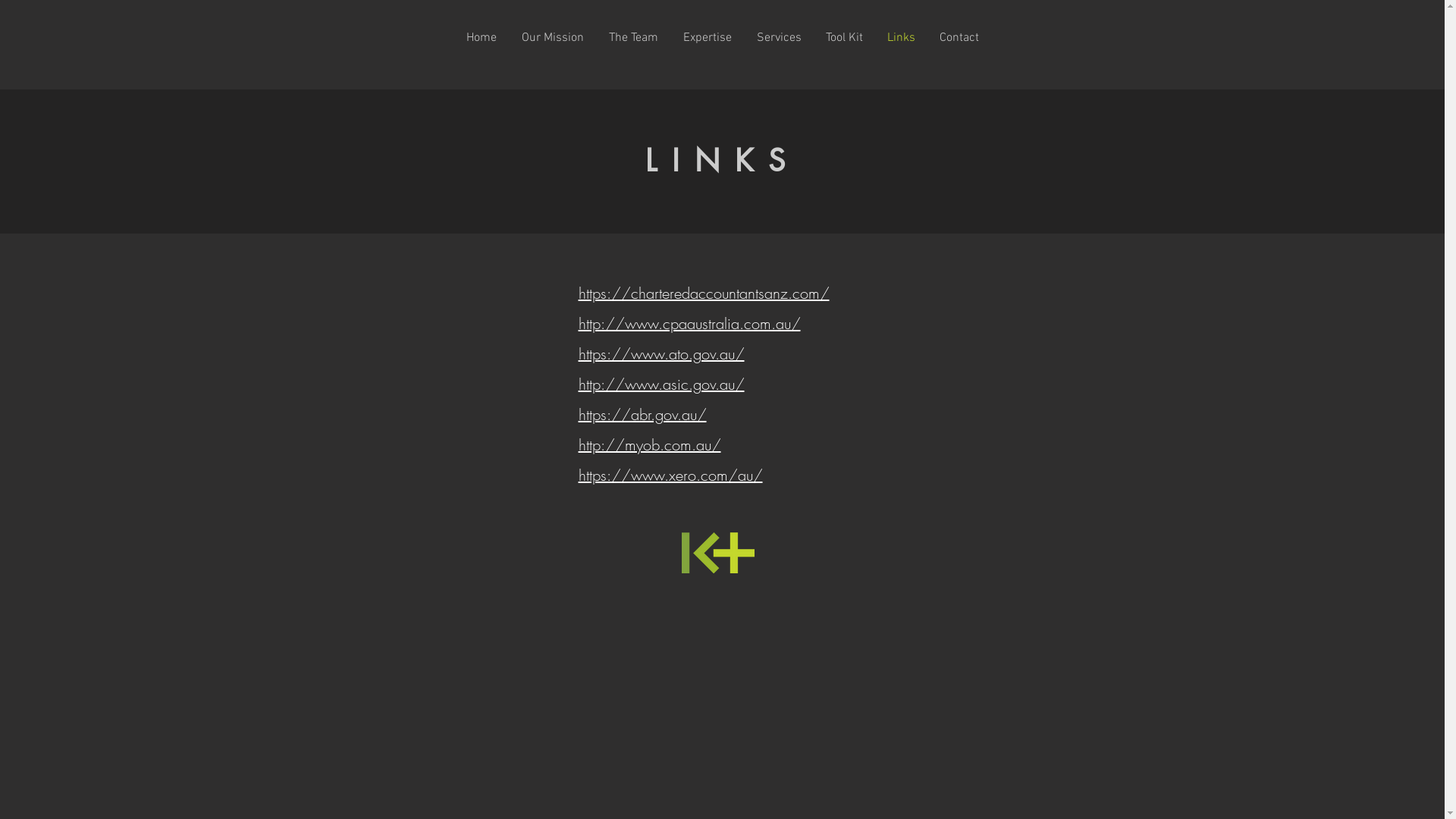 Image resolution: width=1456 pixels, height=819 pixels. I want to click on 'Links', so click(901, 37).